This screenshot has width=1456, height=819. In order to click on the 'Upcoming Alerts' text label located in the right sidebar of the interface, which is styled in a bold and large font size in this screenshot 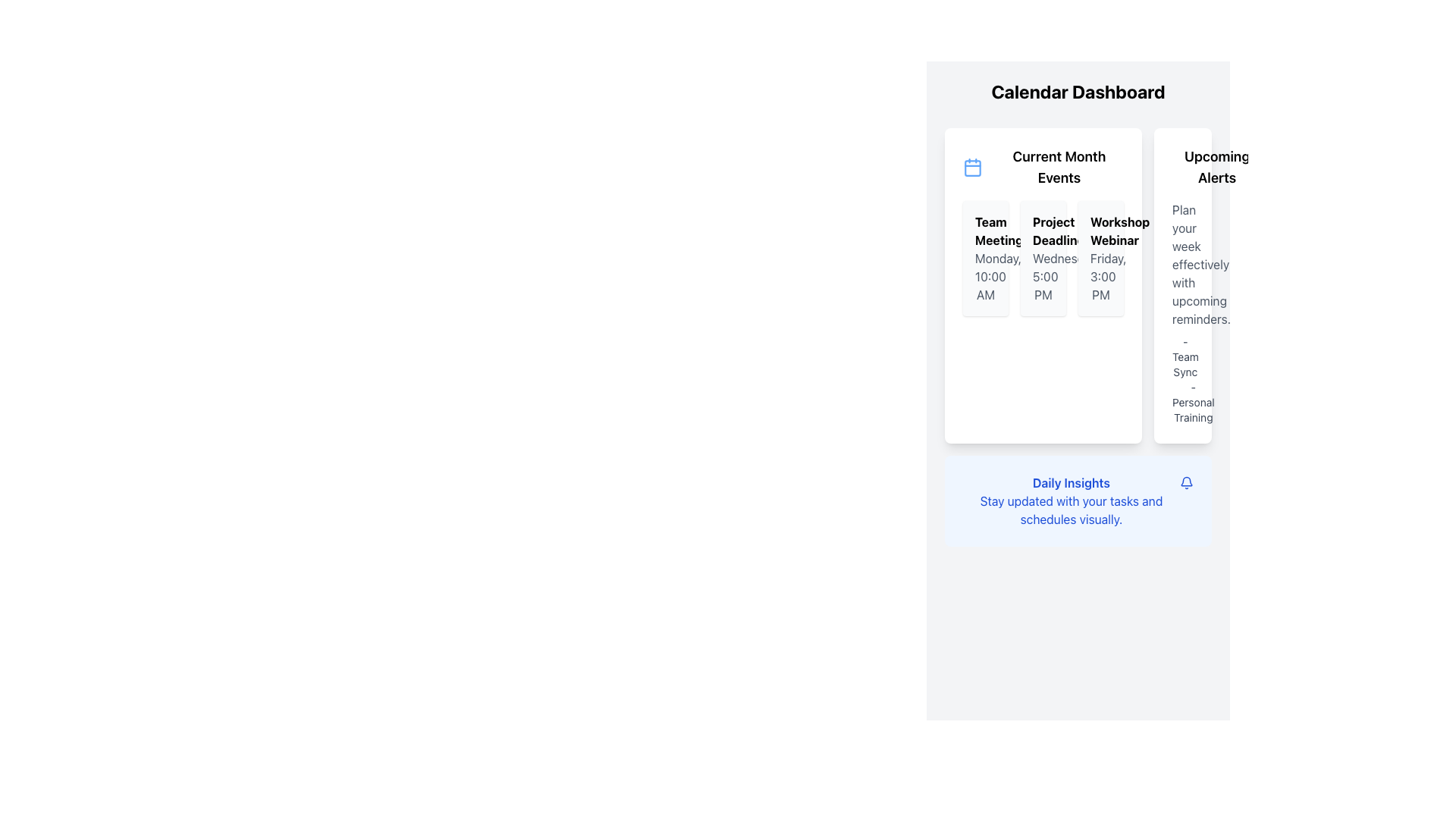, I will do `click(1217, 167)`.